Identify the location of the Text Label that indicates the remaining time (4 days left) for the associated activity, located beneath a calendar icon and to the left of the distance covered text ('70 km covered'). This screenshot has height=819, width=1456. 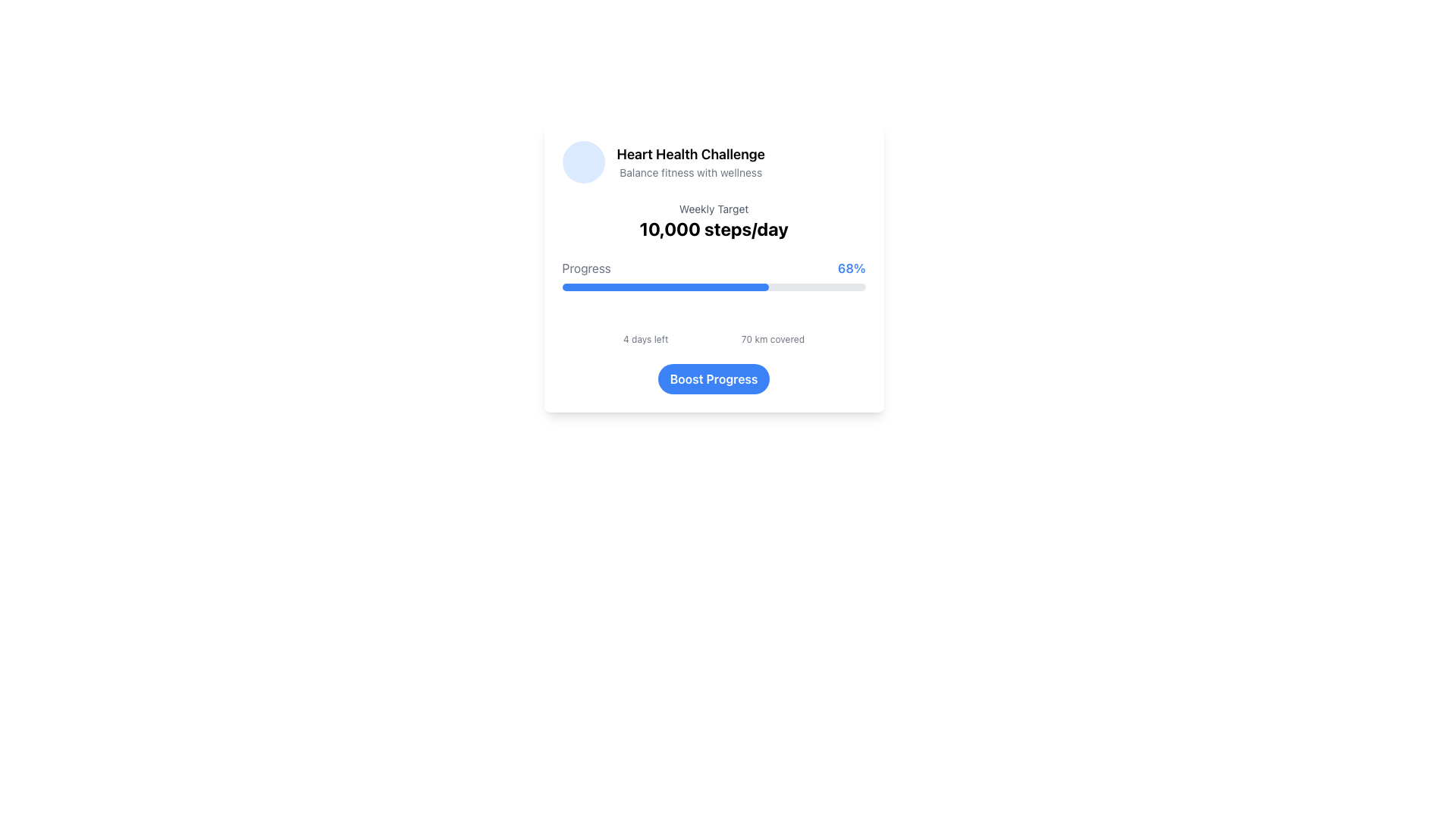
(645, 338).